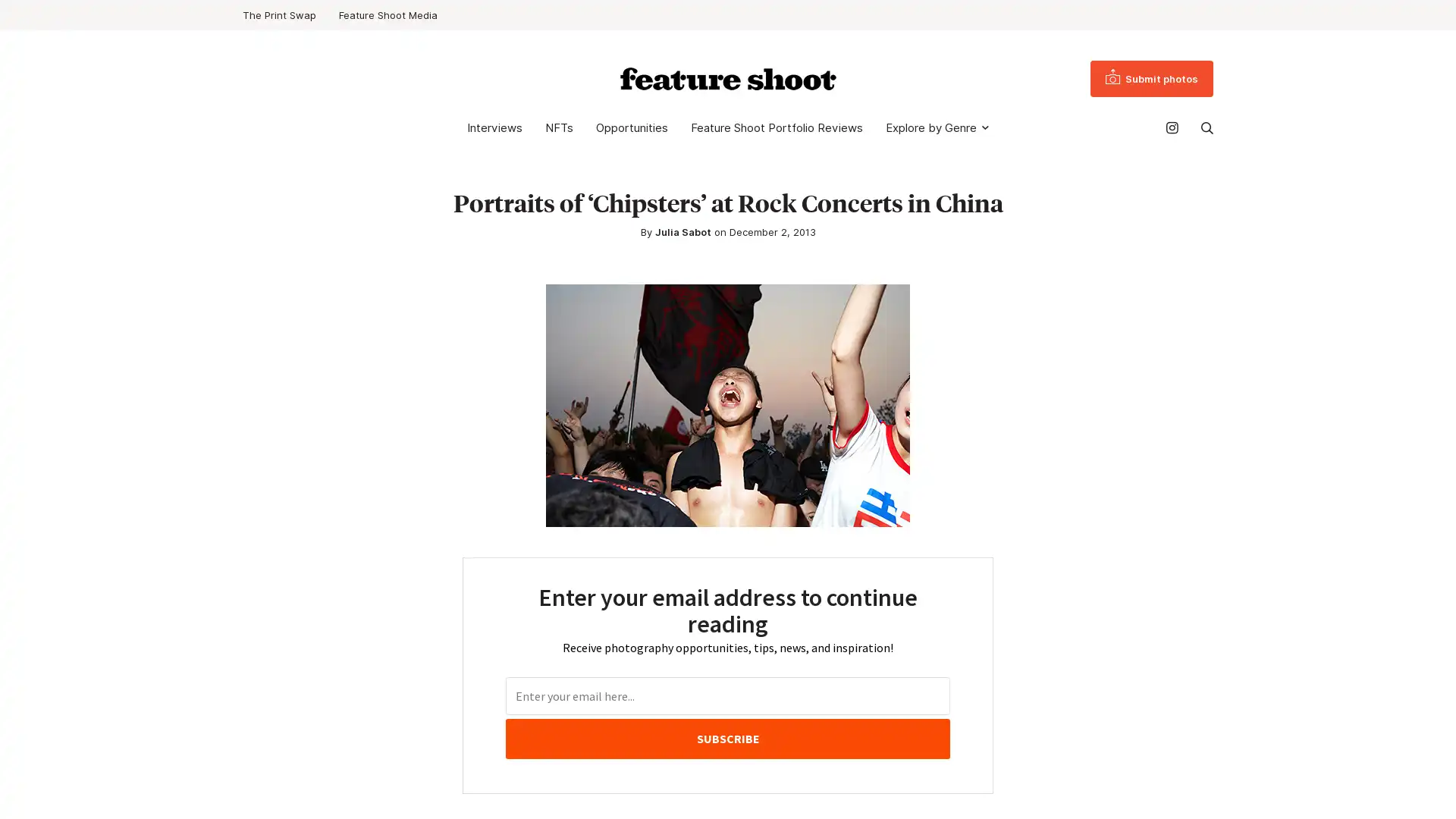  Describe the element at coordinates (1207, 127) in the screenshot. I see `Search` at that location.